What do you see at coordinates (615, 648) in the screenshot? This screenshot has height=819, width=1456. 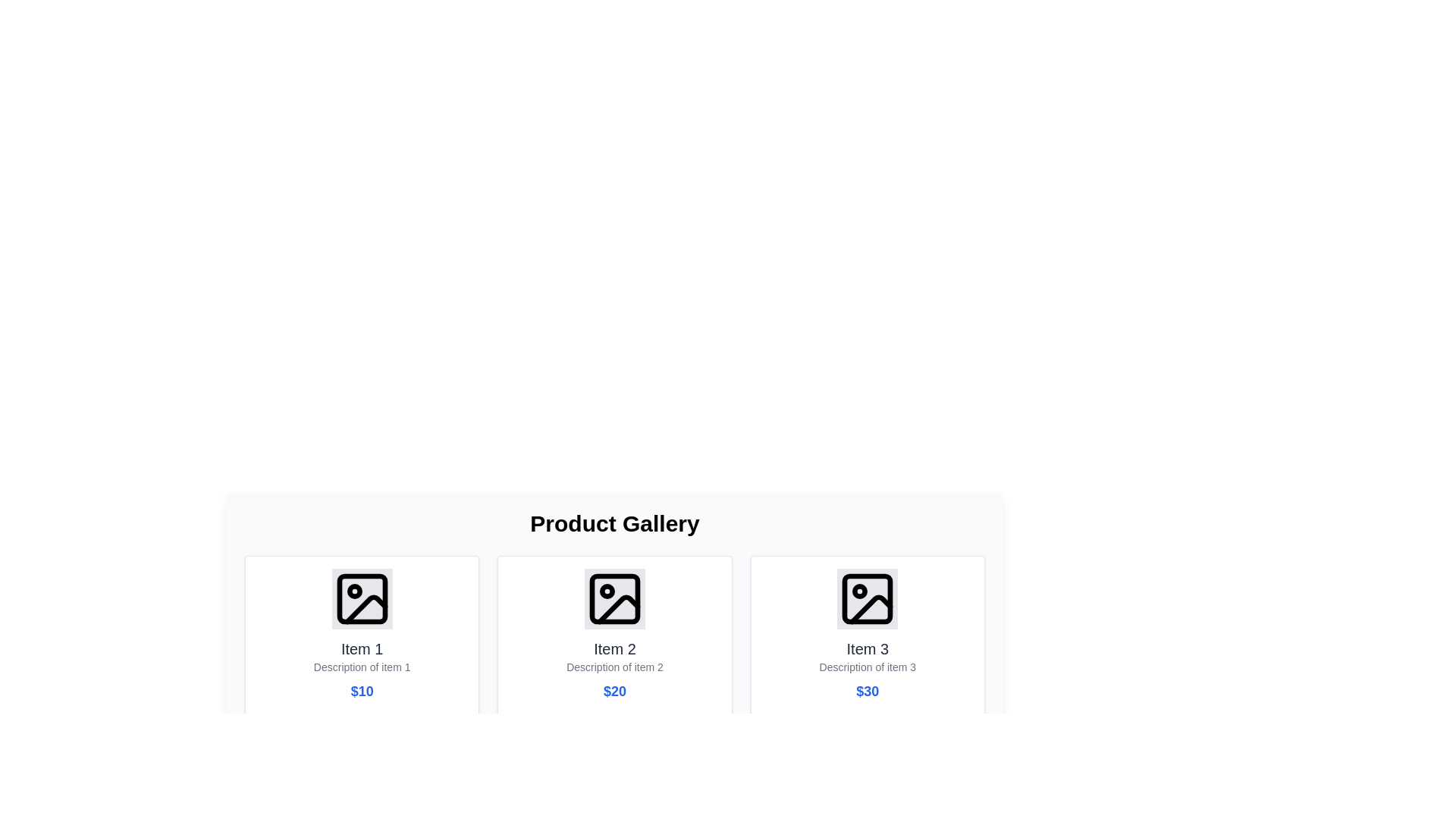 I see `the text label displaying 'Item 2', which is part of a vertically arranged section with an image and description, located in the second card of a horizontally aligned list` at bounding box center [615, 648].